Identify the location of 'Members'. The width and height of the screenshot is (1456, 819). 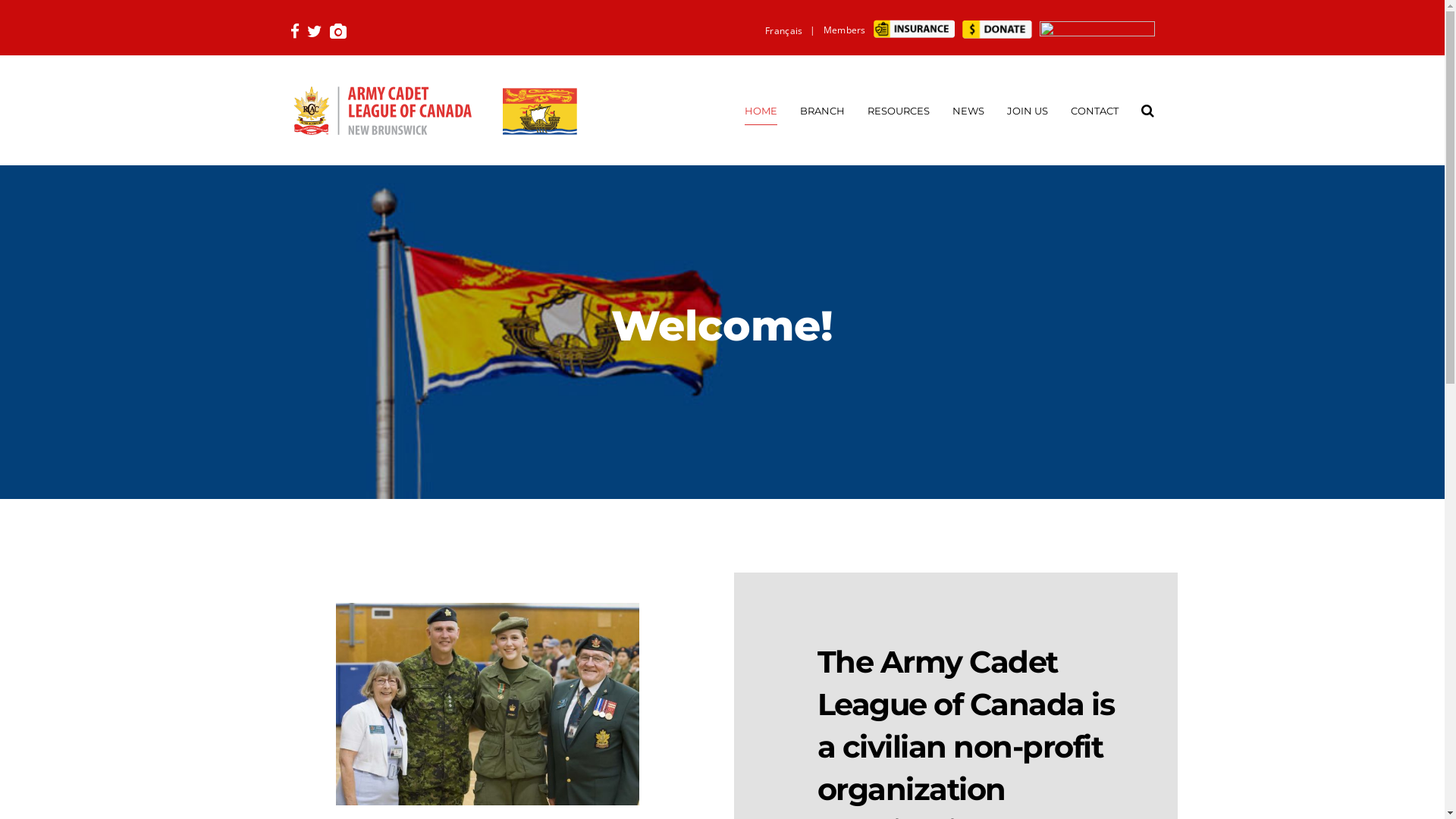
(843, 30).